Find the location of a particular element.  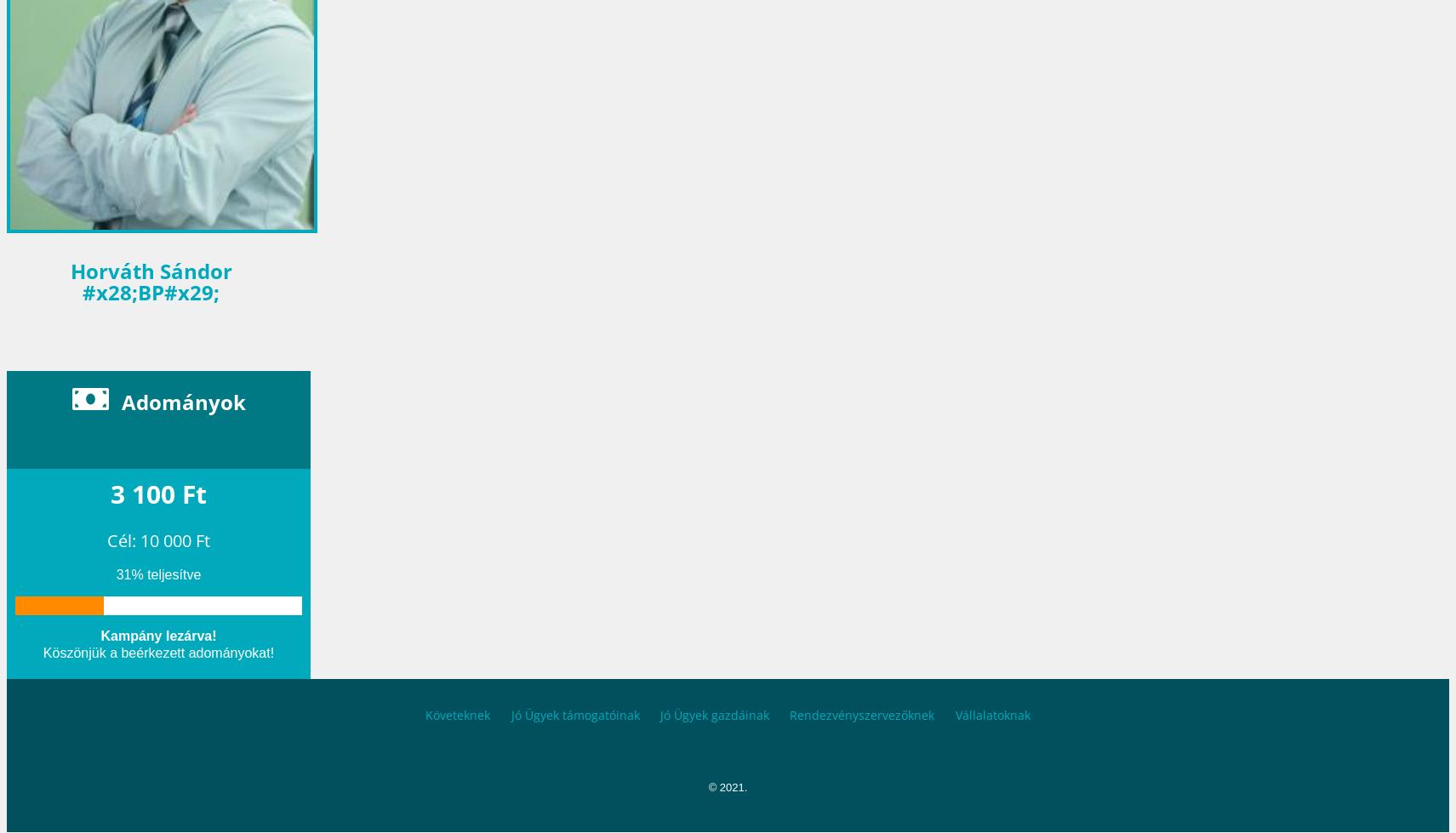

'Követeknek' is located at coordinates (457, 713).